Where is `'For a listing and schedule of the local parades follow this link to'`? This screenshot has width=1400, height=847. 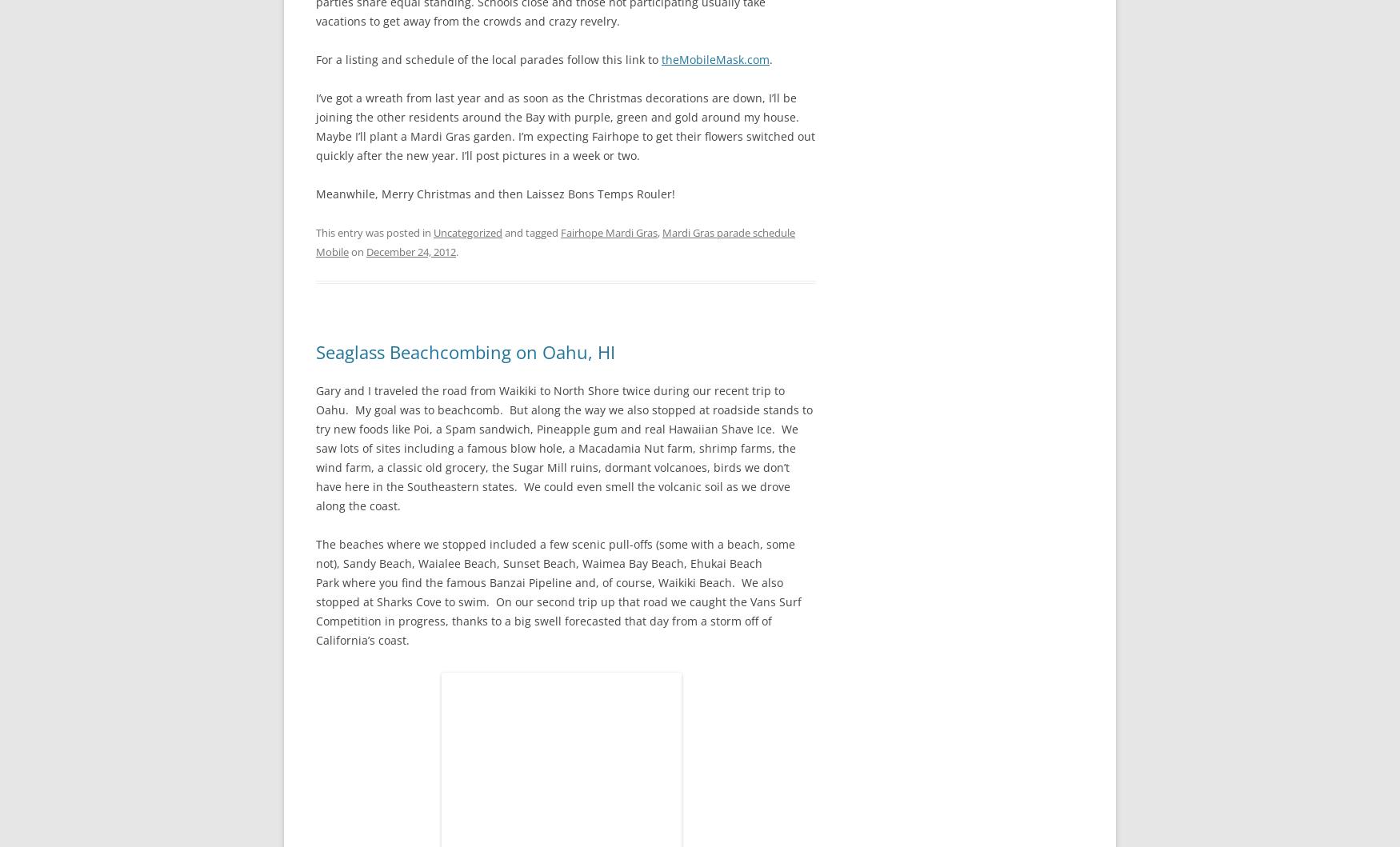 'For a listing and schedule of the local parades follow this link to' is located at coordinates (314, 58).